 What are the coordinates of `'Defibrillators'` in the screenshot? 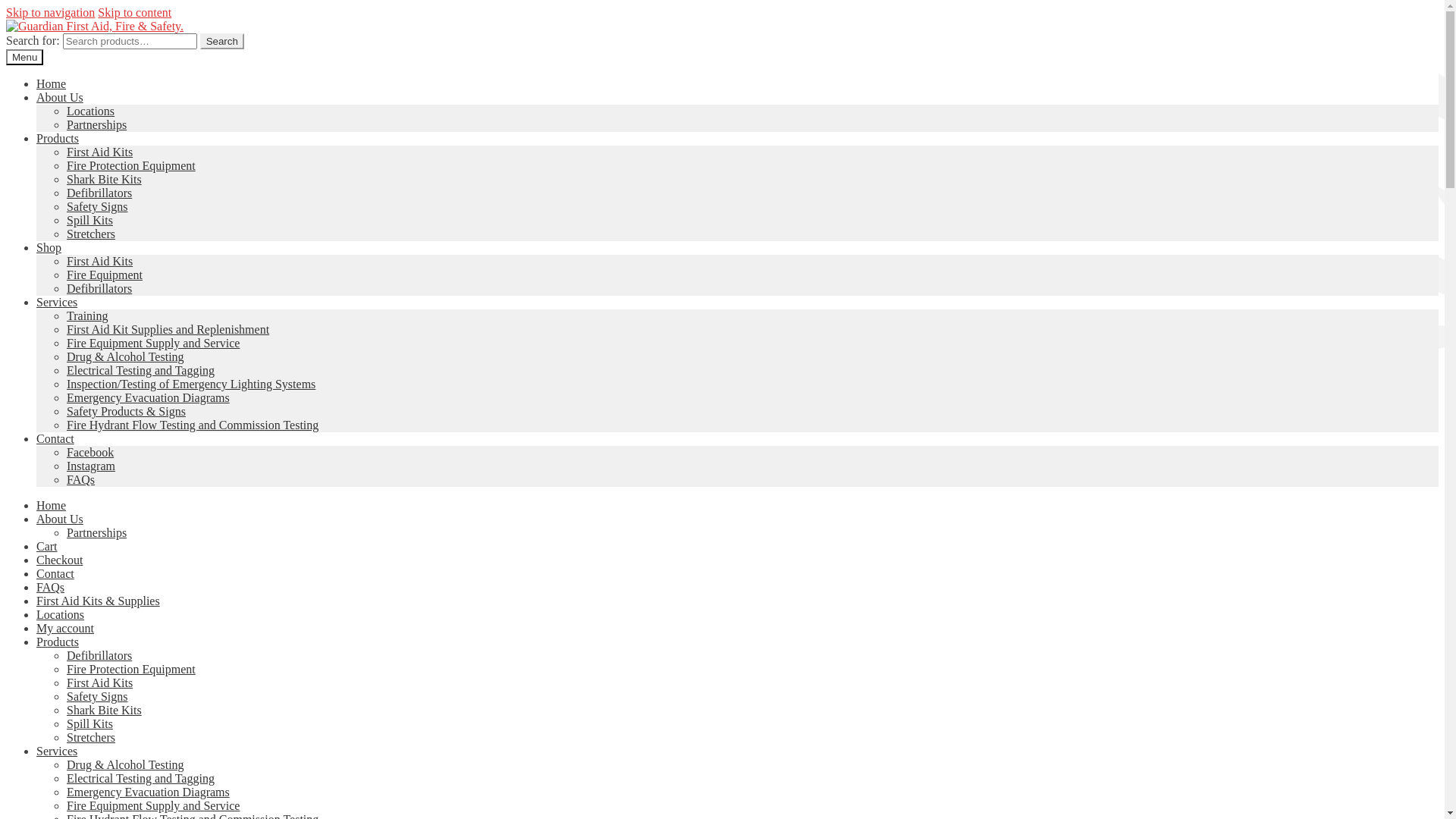 It's located at (98, 654).